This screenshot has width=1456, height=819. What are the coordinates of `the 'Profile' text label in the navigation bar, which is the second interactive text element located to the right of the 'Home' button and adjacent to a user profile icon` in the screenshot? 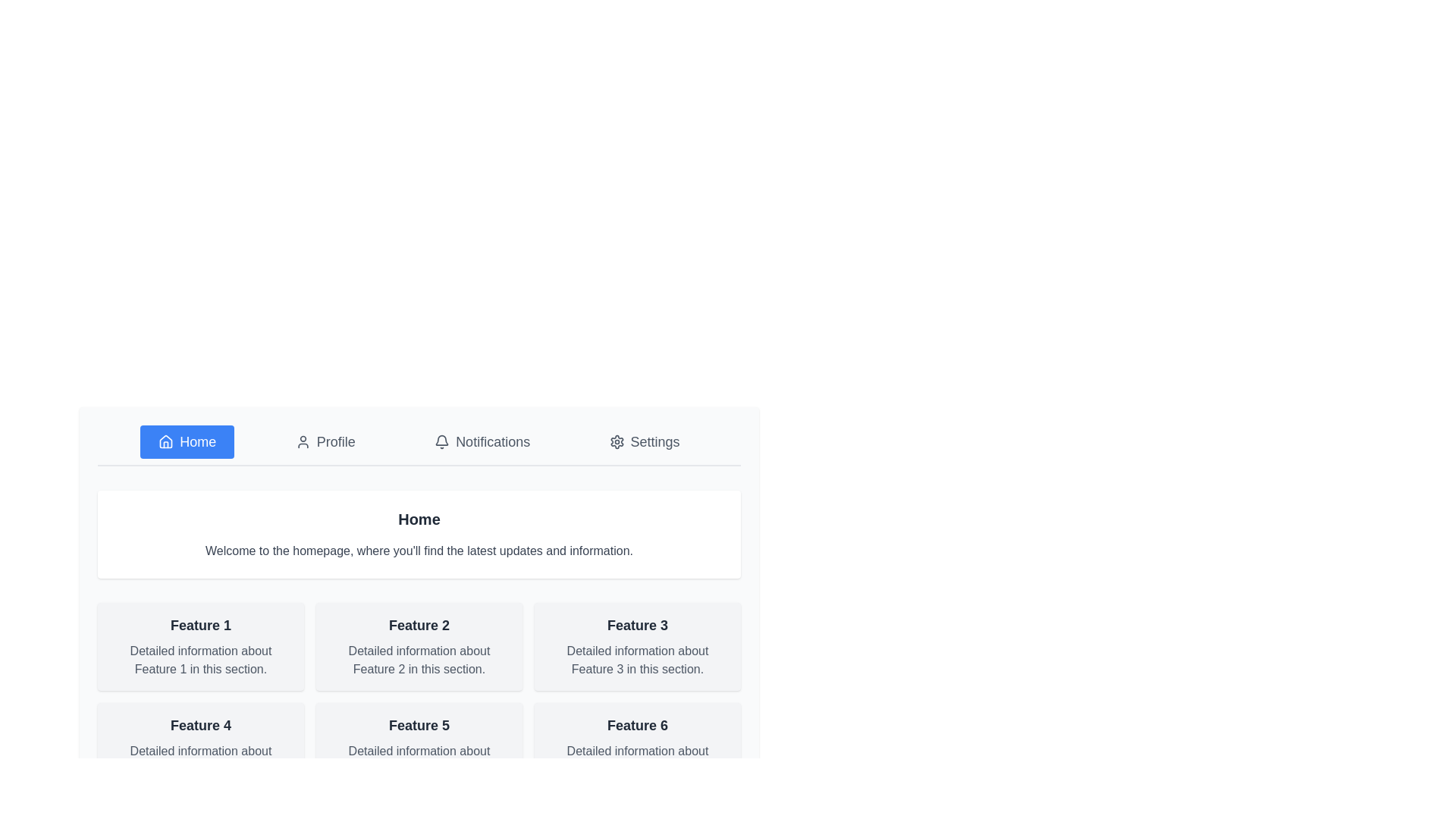 It's located at (335, 441).